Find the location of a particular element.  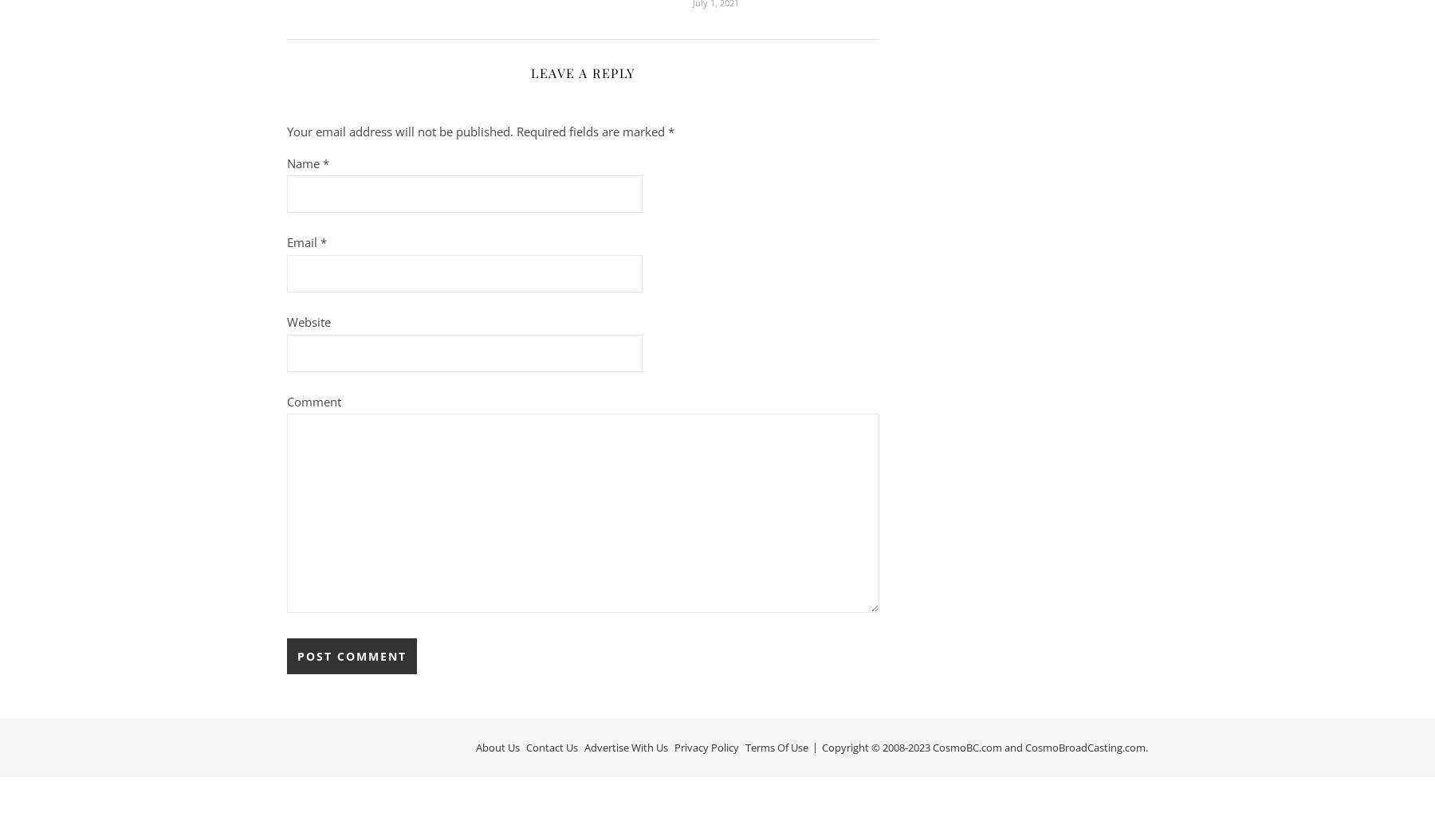

'Required fields are marked' is located at coordinates (592, 130).